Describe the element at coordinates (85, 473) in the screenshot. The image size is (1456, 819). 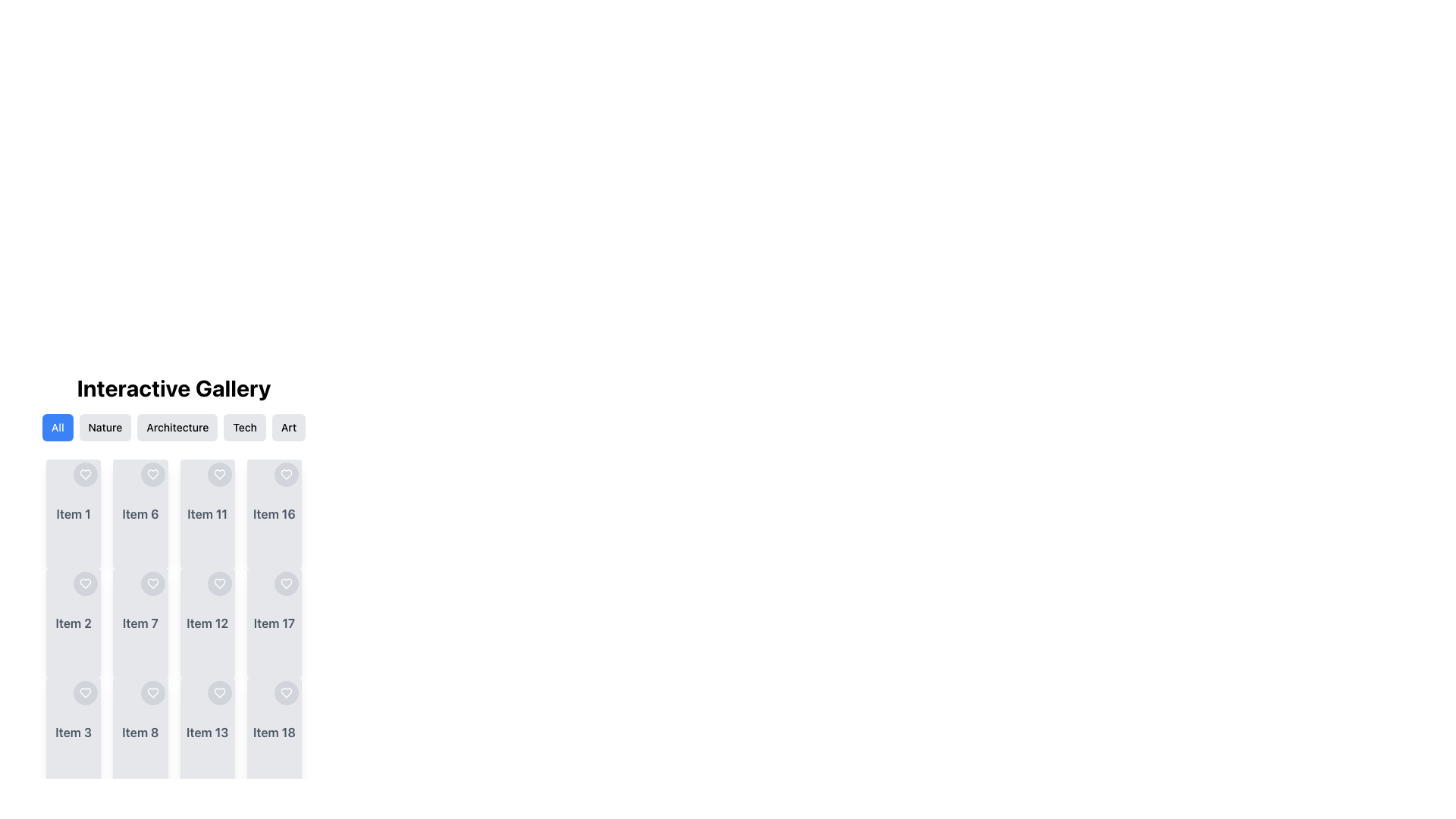
I see `the favorite marker icon located in the center of the circular button in the top-left corner of the grid item labeled 'Item 1' in the 'Interactive Gallery' interface to mark it as a favorite` at that location.